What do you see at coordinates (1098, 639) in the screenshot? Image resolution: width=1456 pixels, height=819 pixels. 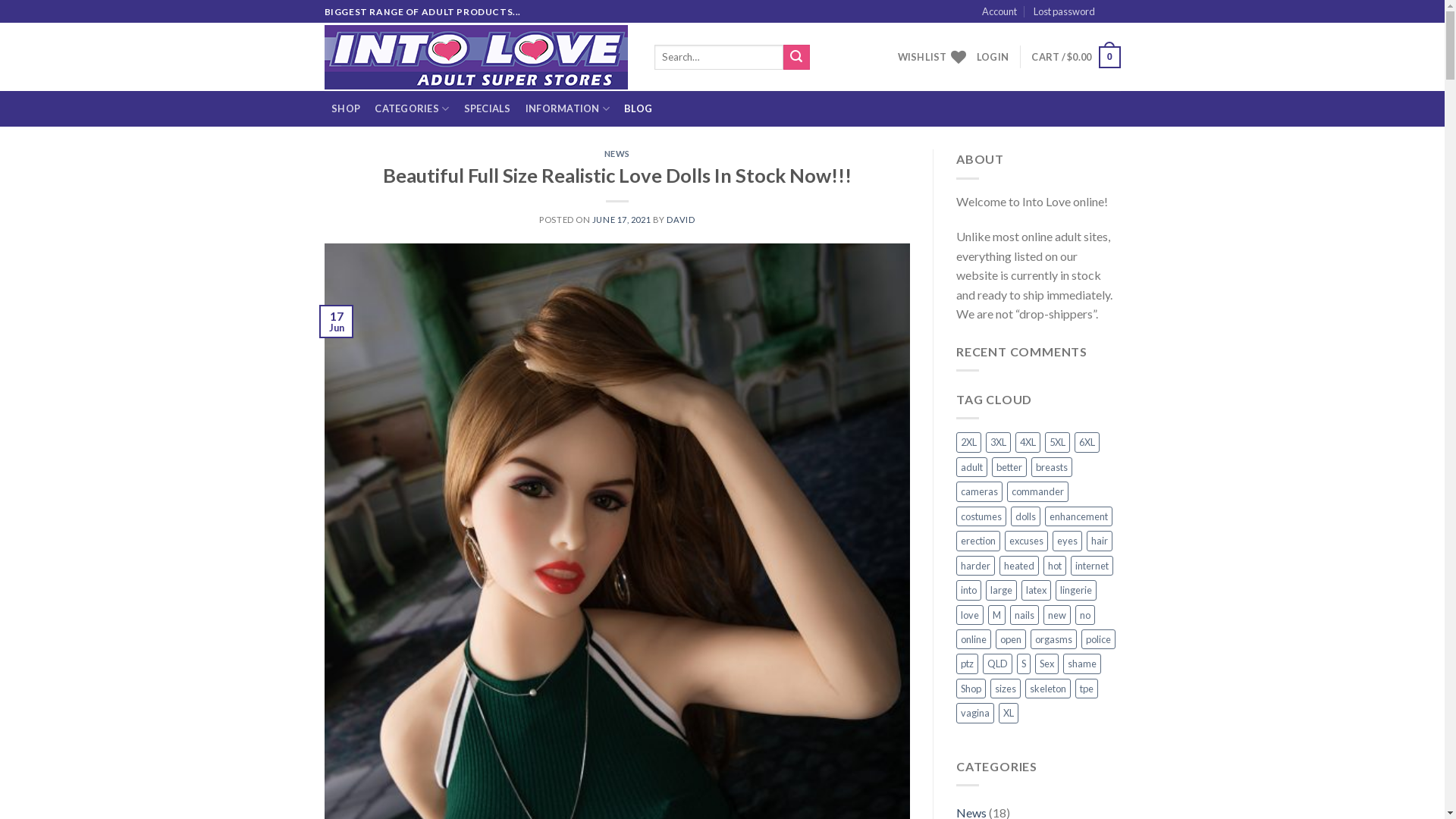 I see `'police'` at bounding box center [1098, 639].